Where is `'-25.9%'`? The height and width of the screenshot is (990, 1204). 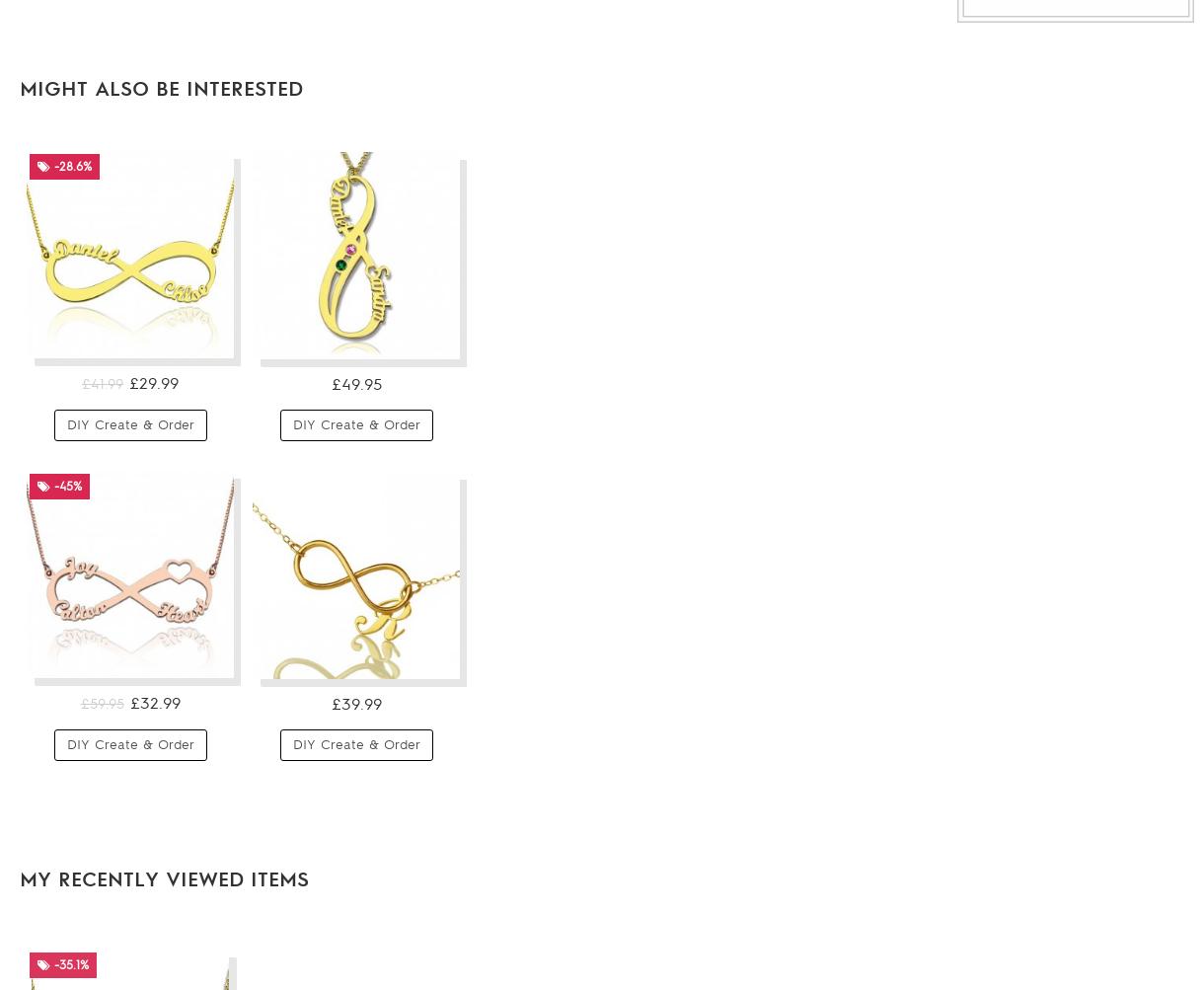
'-25.9%' is located at coordinates (748, 246).